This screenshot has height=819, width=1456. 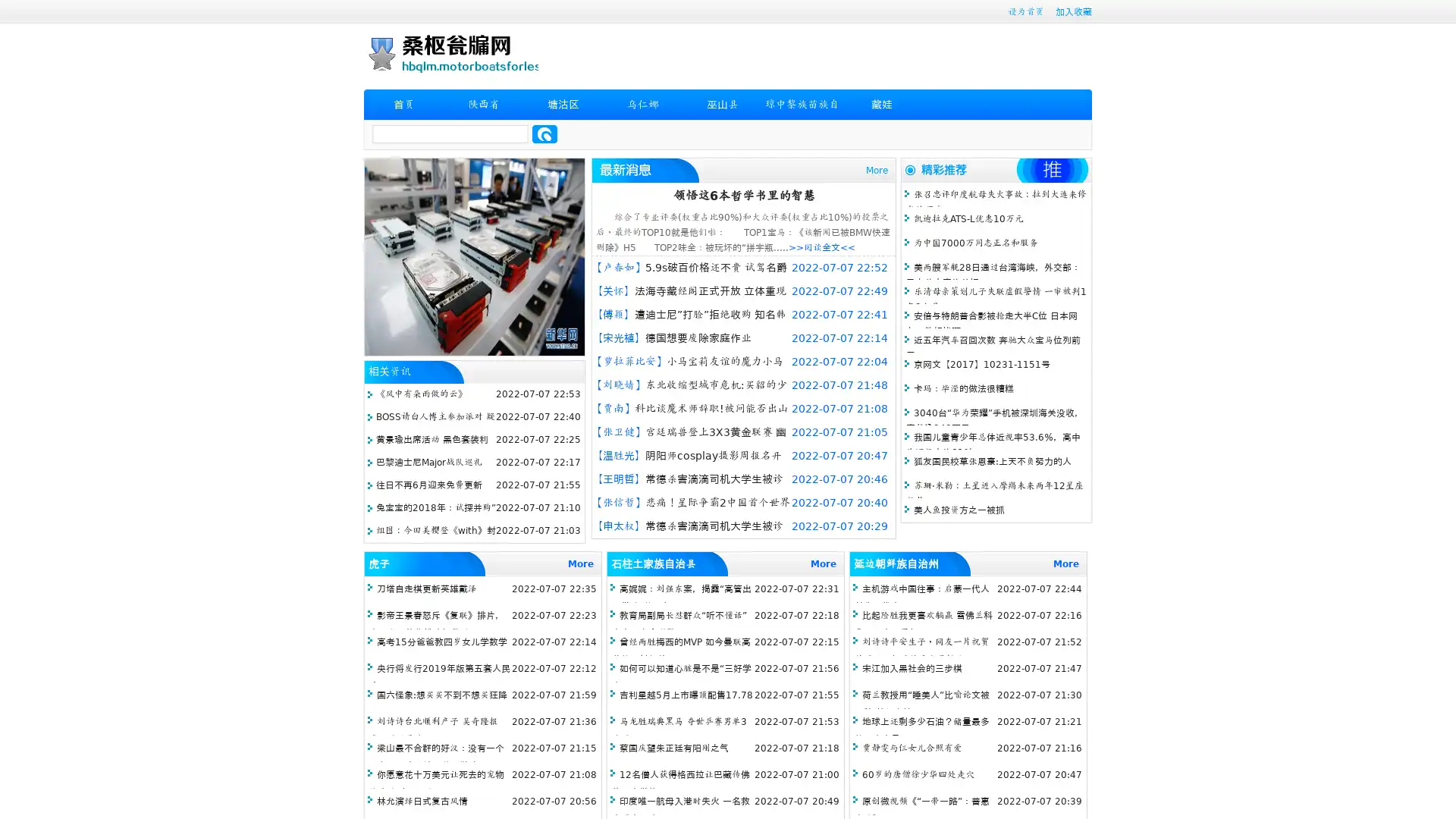 I want to click on Search, so click(x=544, y=133).